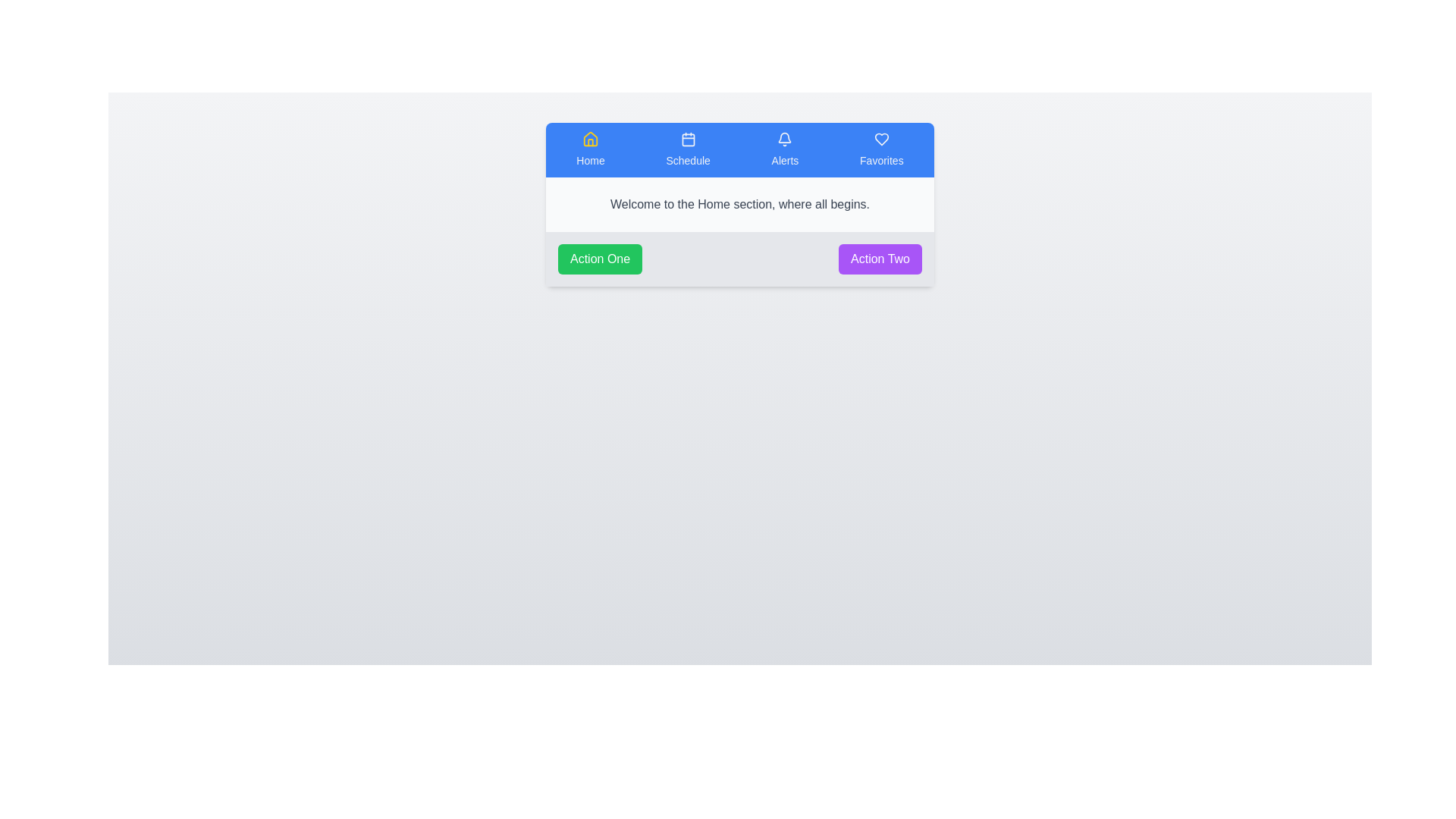 The width and height of the screenshot is (1456, 819). I want to click on the action button Action Two, so click(880, 259).